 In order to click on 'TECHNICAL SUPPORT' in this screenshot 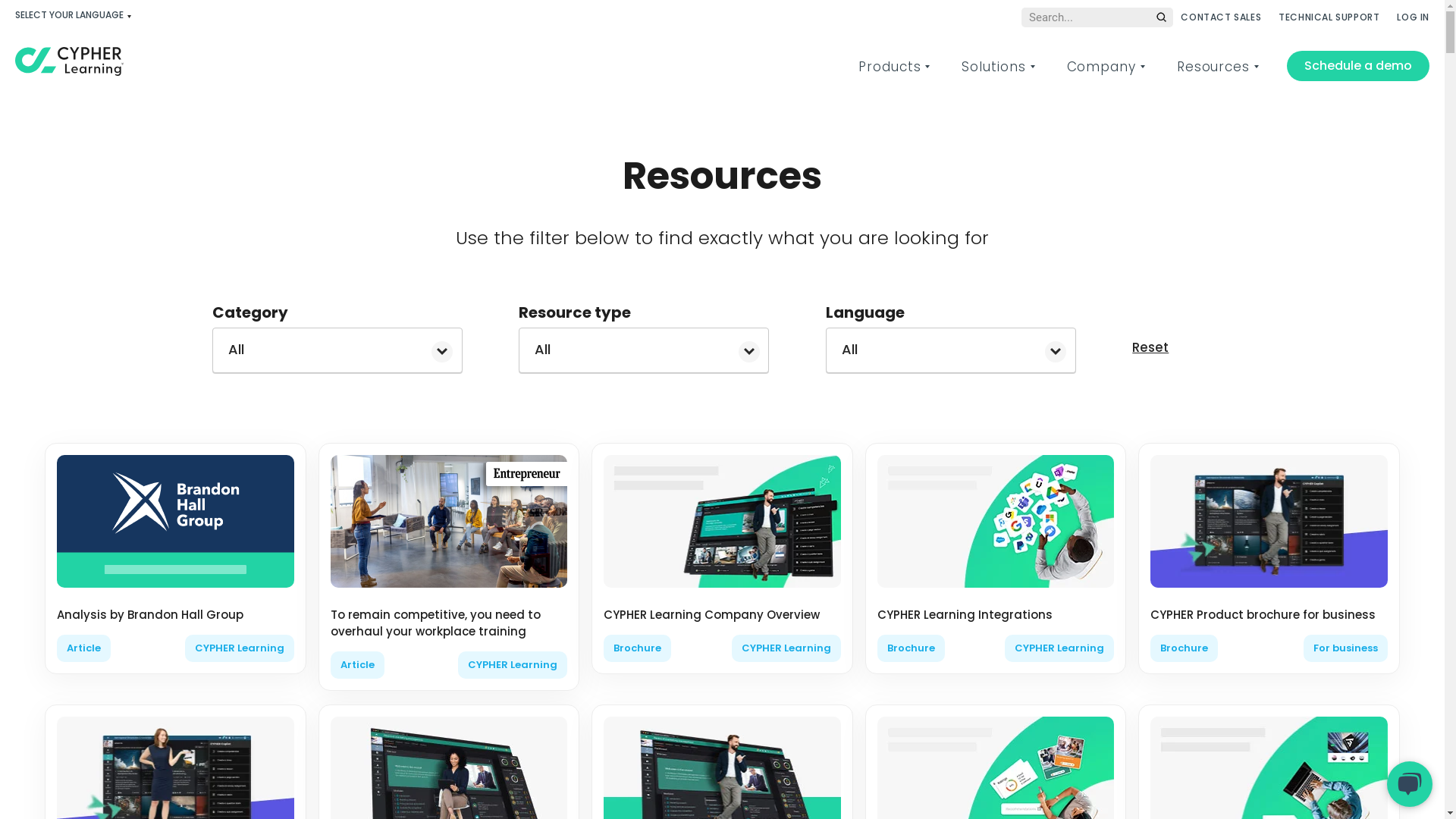, I will do `click(1328, 17)`.